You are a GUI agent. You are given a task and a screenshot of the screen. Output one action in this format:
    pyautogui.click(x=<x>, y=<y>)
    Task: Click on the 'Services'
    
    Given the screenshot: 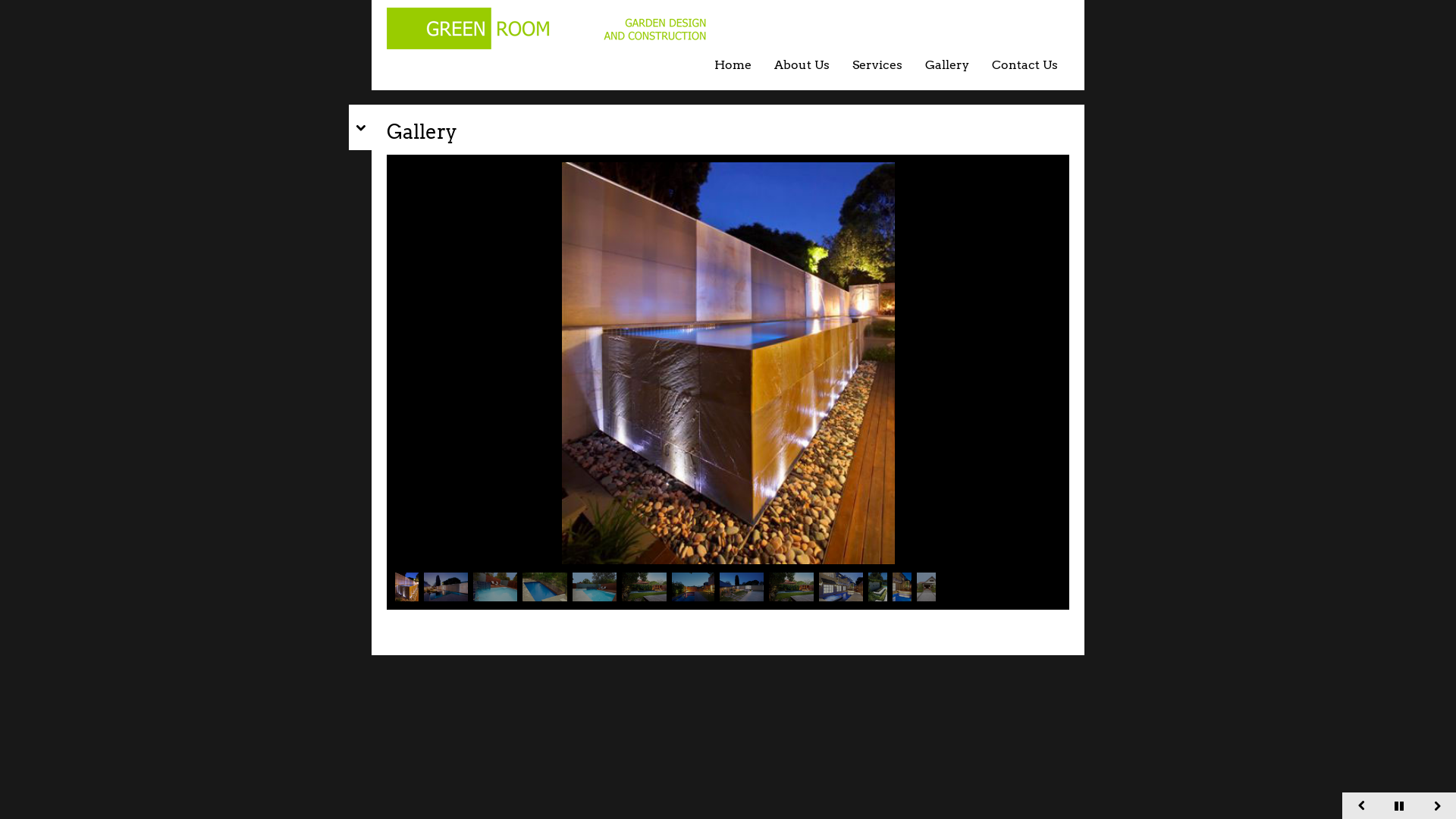 What is the action you would take?
    pyautogui.click(x=877, y=64)
    